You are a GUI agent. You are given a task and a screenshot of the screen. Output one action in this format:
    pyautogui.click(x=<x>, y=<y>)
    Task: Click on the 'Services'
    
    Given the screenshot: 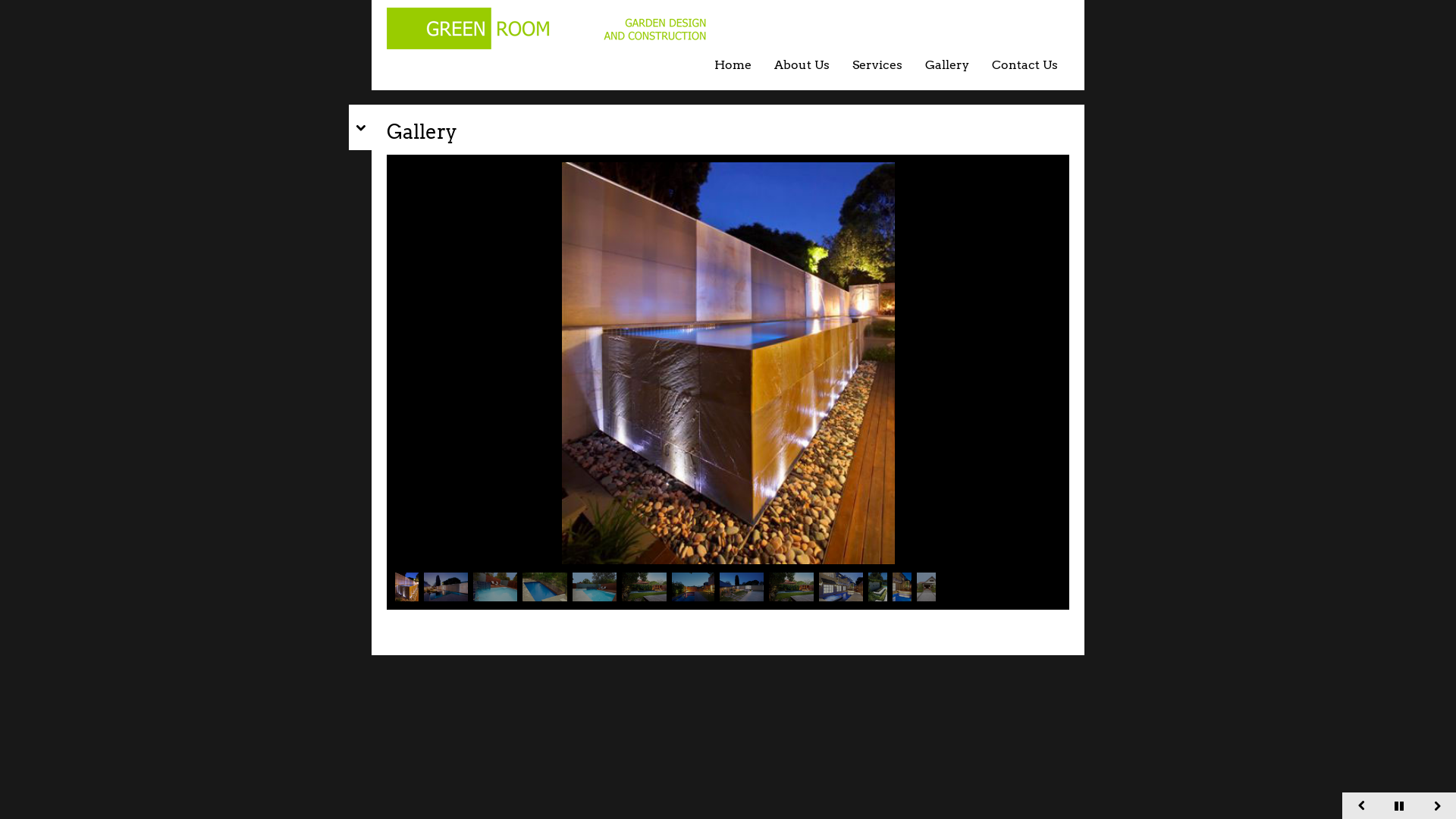 What is the action you would take?
    pyautogui.click(x=877, y=64)
    